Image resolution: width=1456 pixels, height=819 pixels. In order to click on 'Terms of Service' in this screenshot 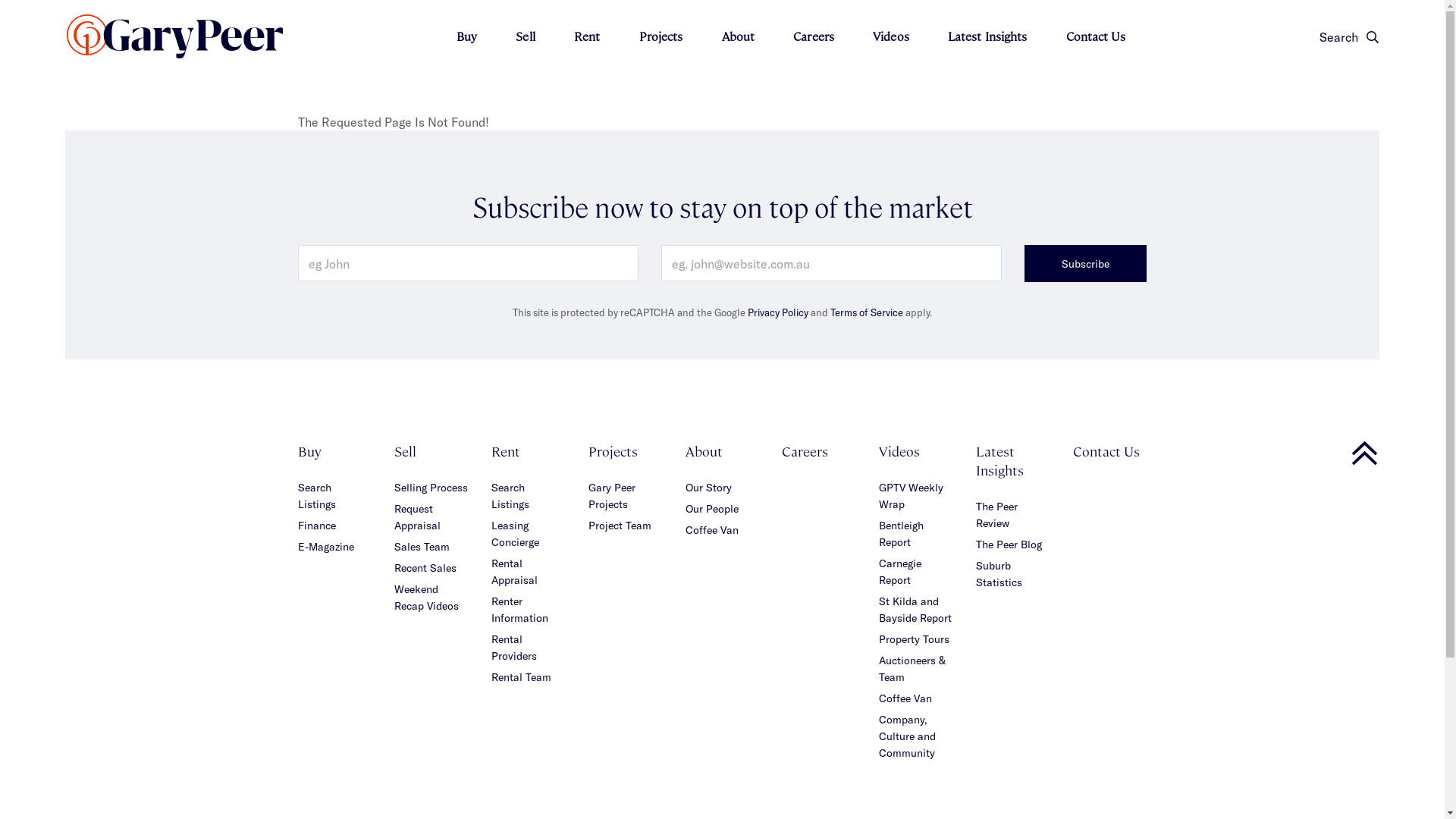, I will do `click(866, 312)`.